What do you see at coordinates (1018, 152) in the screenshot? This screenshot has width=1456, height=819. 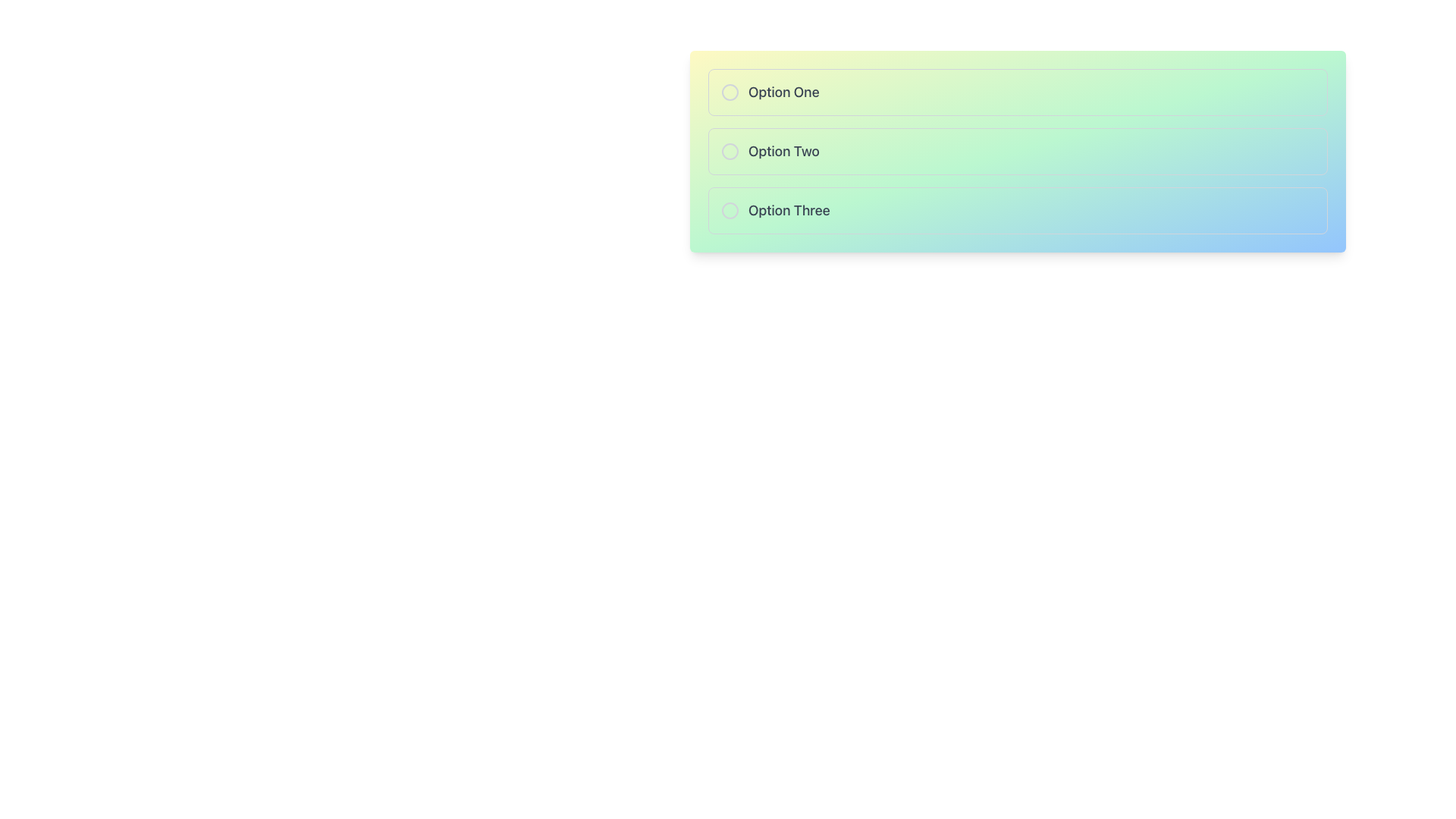 I see `the selectable option with a radio button labeled 'Option Two' to apply hover effects` at bounding box center [1018, 152].